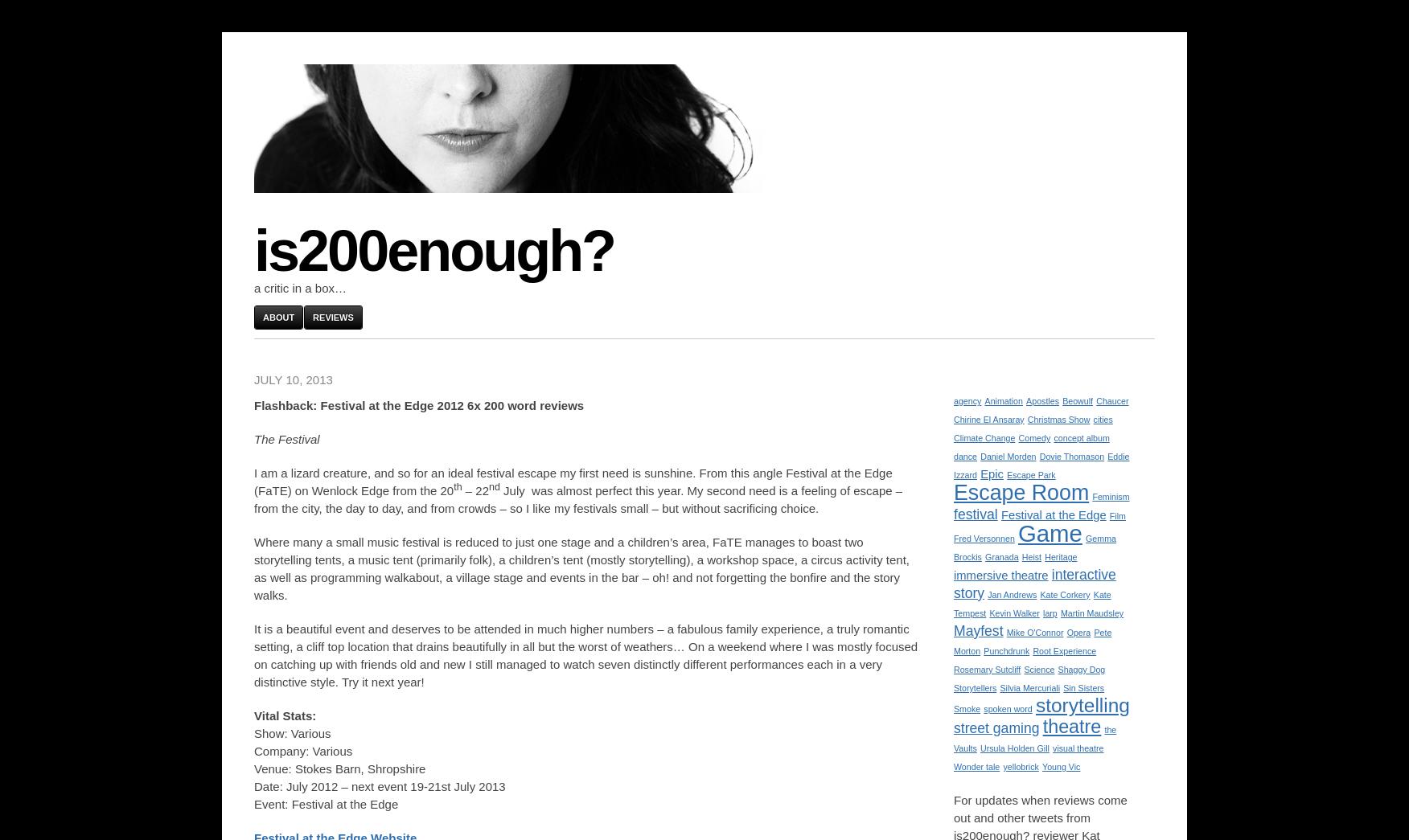 Image resolution: width=1409 pixels, height=840 pixels. I want to click on 'Animation', so click(1002, 400).